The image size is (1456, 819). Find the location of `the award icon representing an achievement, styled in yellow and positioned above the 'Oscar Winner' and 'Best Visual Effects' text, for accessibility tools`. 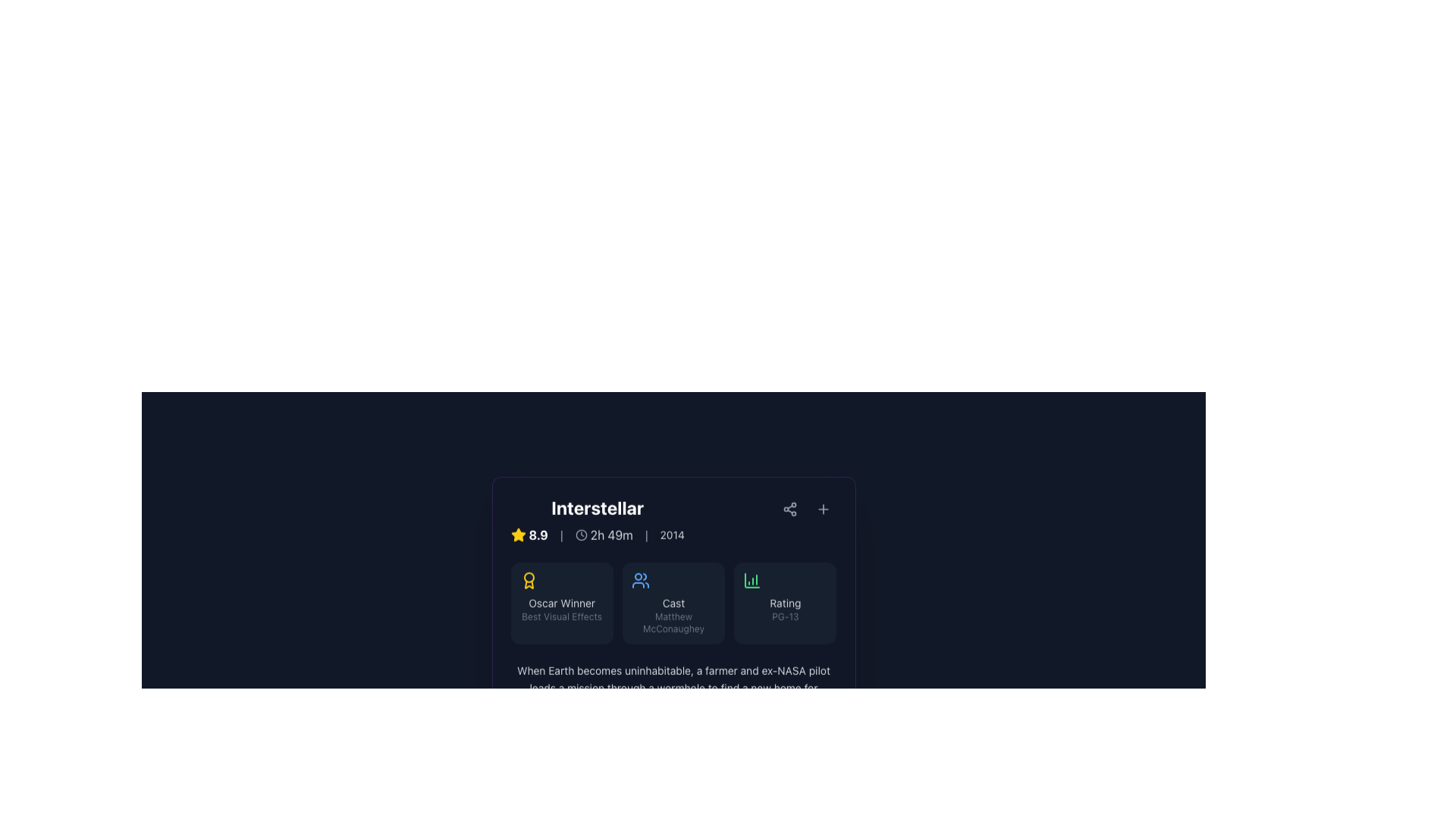

the award icon representing an achievement, styled in yellow and positioned above the 'Oscar Winner' and 'Best Visual Effects' text, for accessibility tools is located at coordinates (529, 580).